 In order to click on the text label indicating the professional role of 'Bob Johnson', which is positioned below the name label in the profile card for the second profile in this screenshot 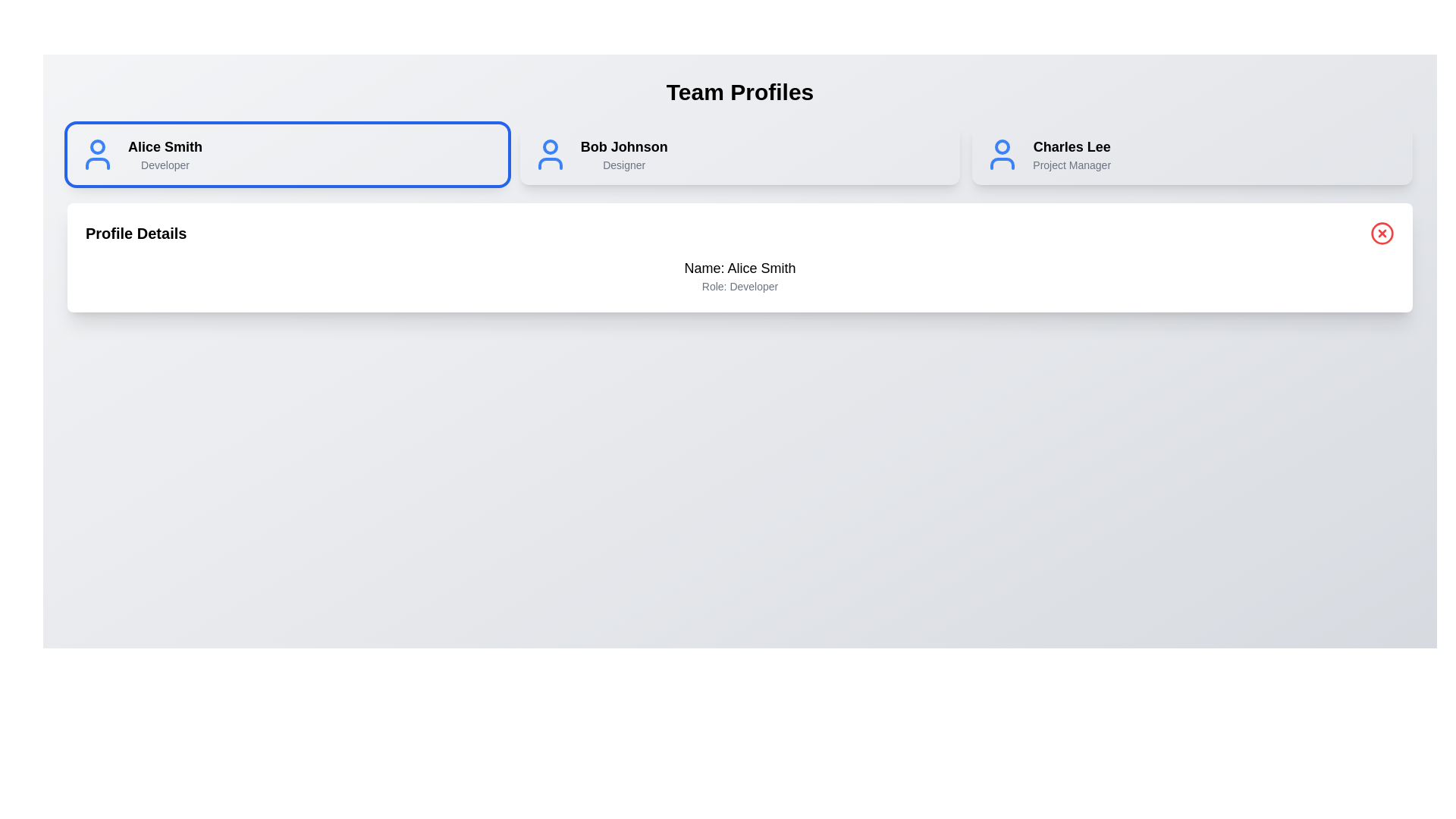, I will do `click(624, 165)`.